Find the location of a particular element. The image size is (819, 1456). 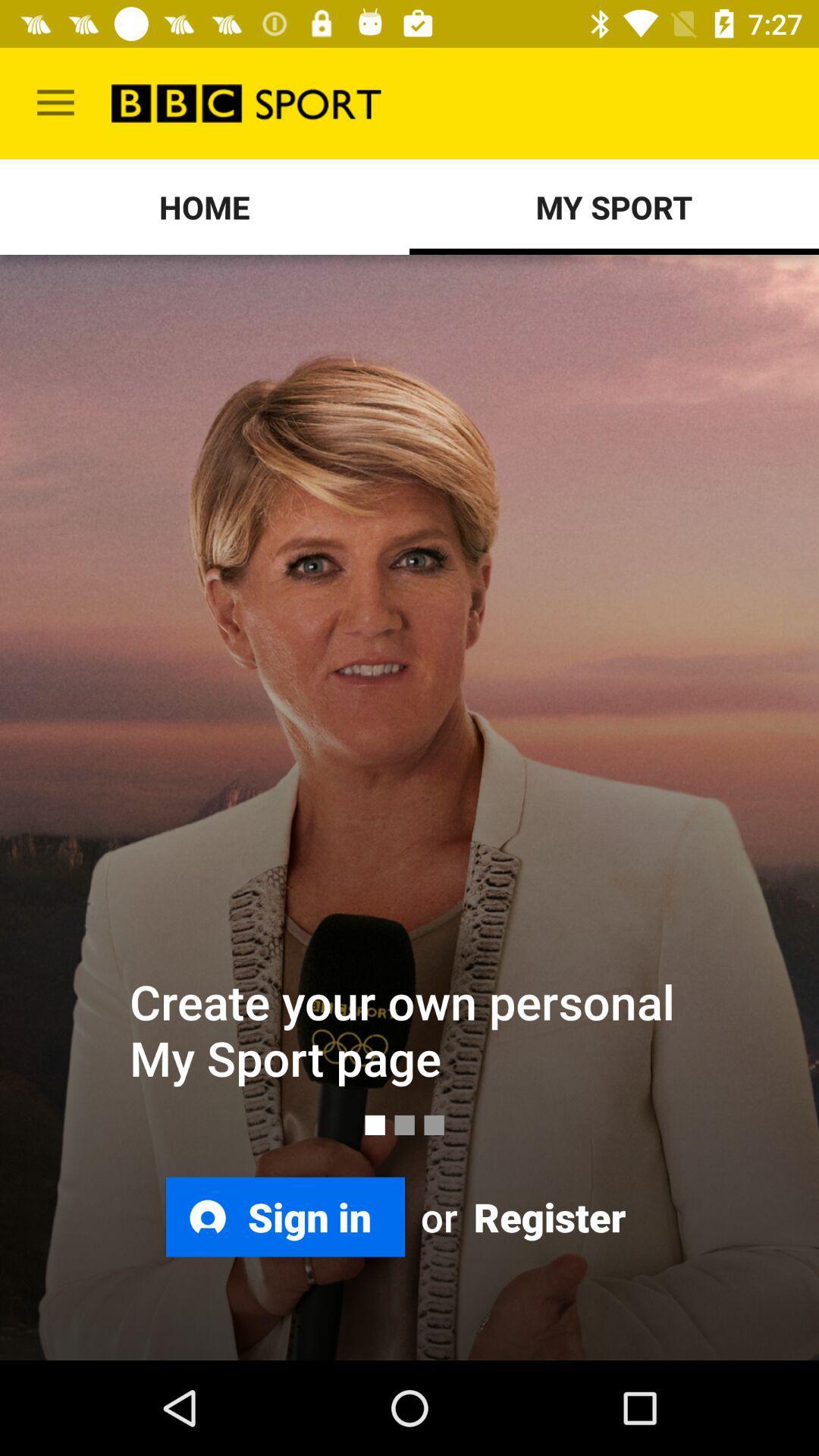

home icon is located at coordinates (205, 206).